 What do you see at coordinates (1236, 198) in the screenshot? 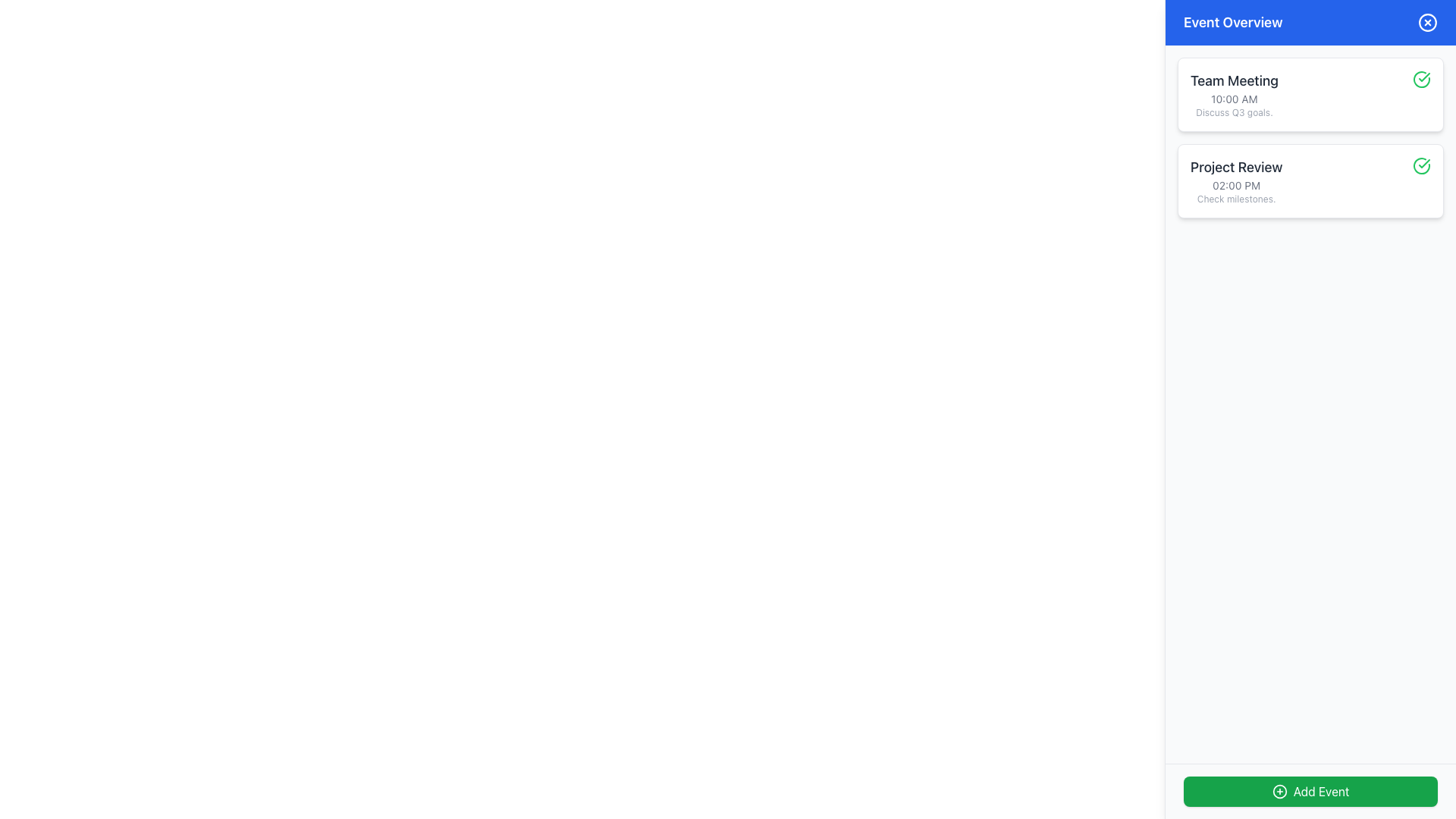
I see `the text label reading 'Check milestones.' located below '02:00 PM' and 'Project Review' in the second card of the right-hand sidebar under 'Event Overview'` at bounding box center [1236, 198].